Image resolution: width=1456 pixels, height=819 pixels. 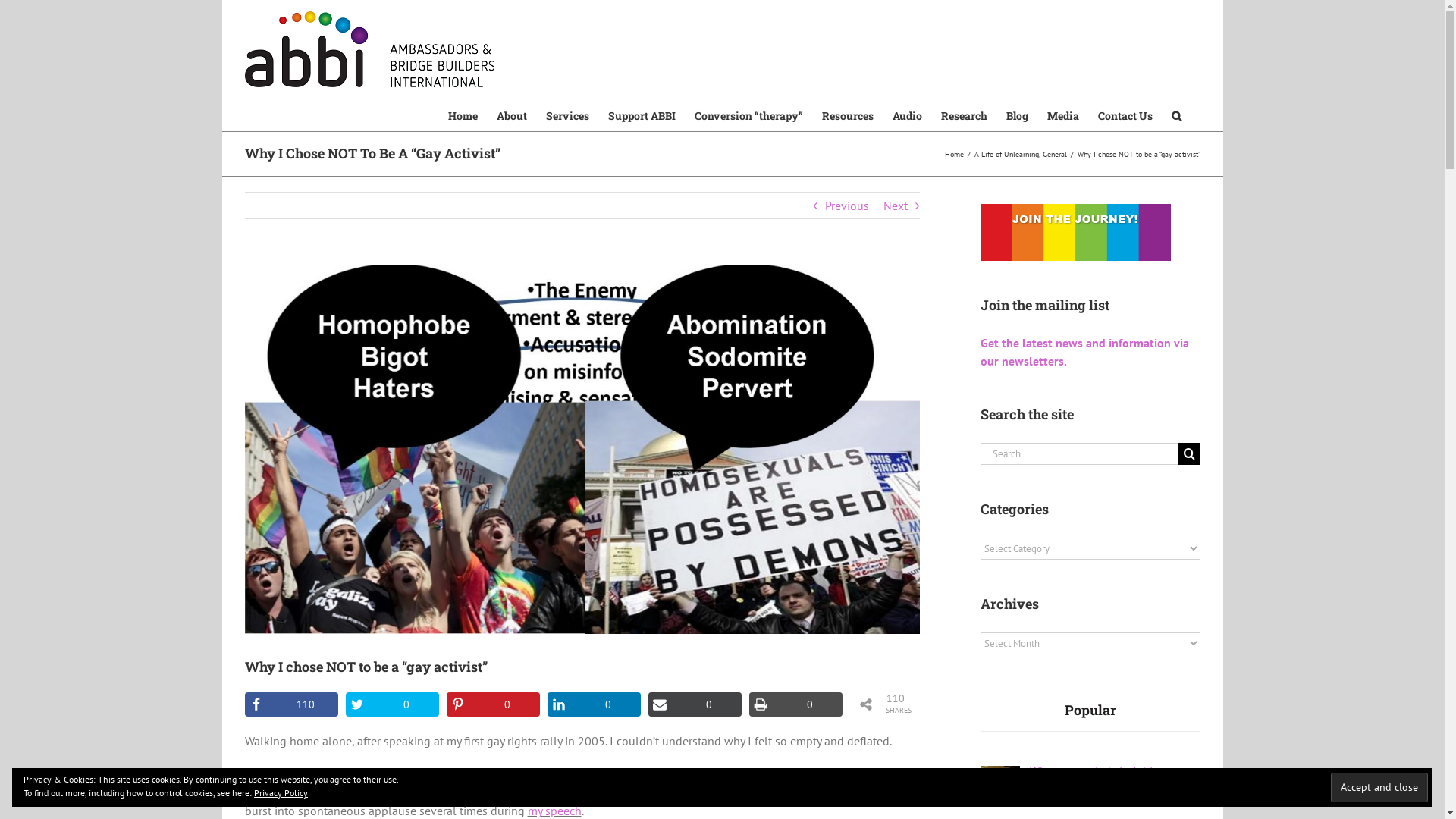 What do you see at coordinates (895, 205) in the screenshot?
I see `'Next'` at bounding box center [895, 205].